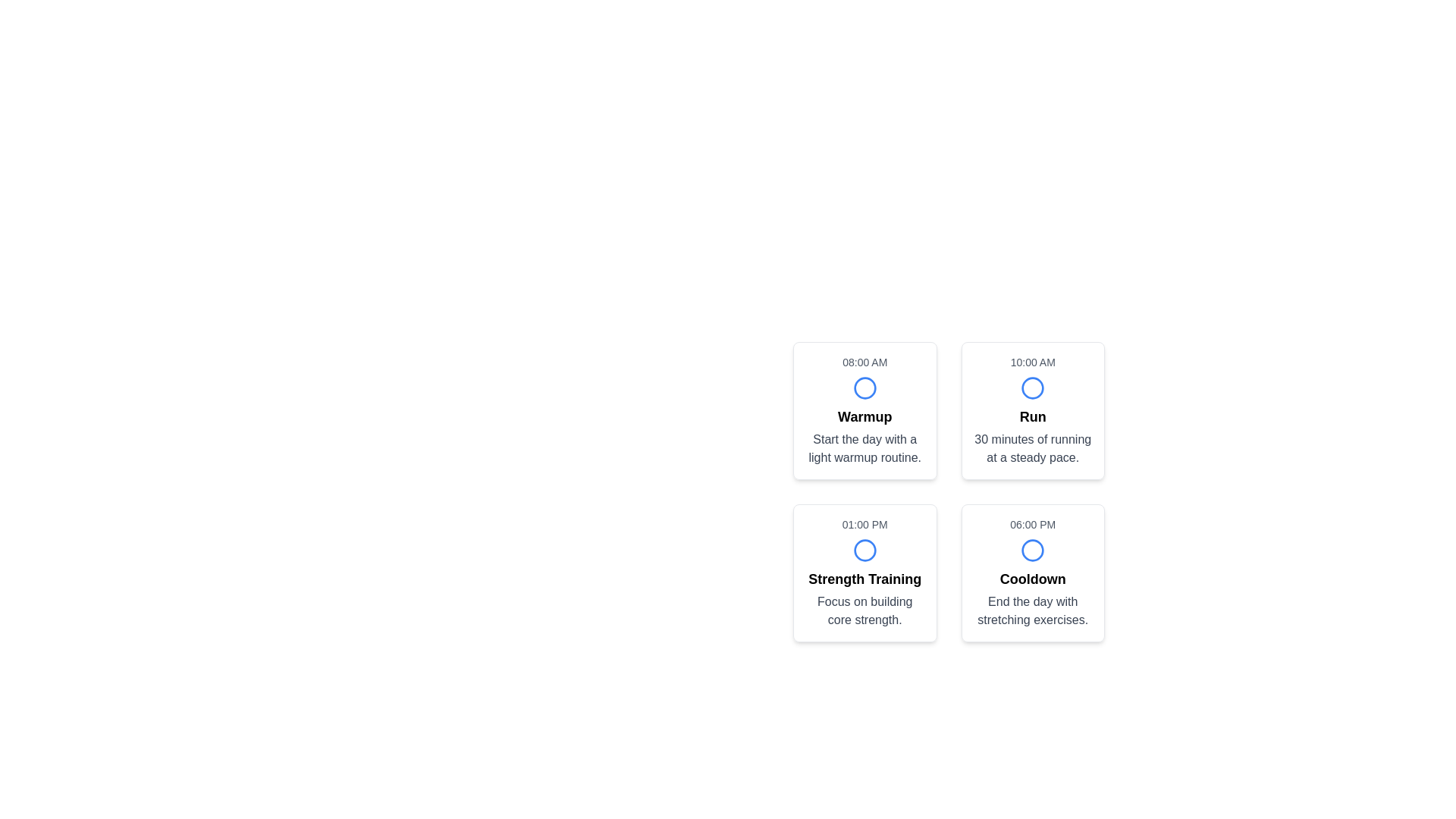 This screenshot has width=1456, height=819. Describe the element at coordinates (1032, 411) in the screenshot. I see `the informational card representing a fitness activity schedule entry, located in the top-right position of the grid layout, adjacent to 'Warmup' and above 'Cooldown'` at that location.